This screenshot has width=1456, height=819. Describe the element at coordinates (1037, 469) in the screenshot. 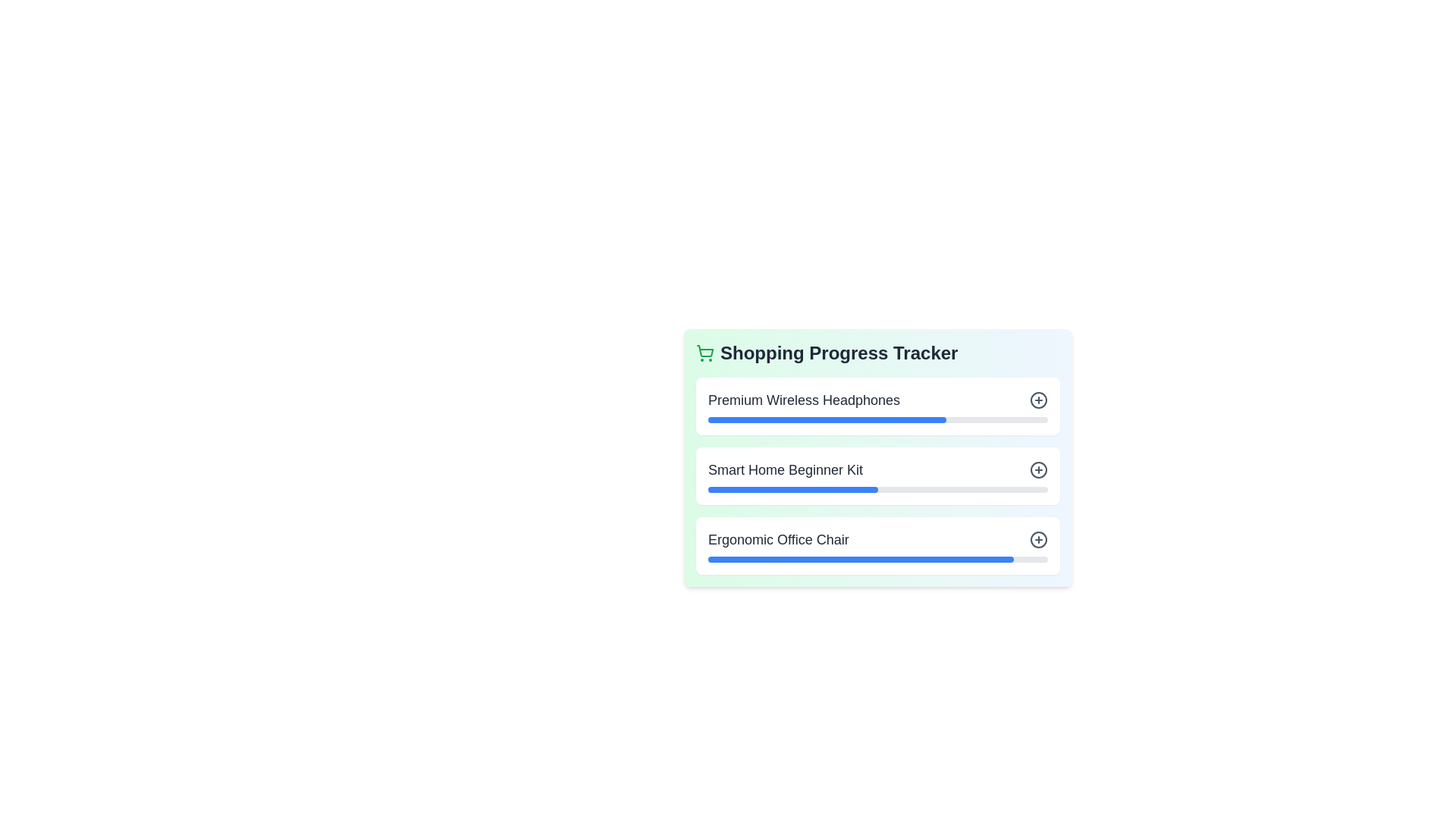

I see `the filled circular graphical element located at the center of the interactive component resembling a compact icon, which is part of the 'Smart Home Beginner Kit' section` at that location.